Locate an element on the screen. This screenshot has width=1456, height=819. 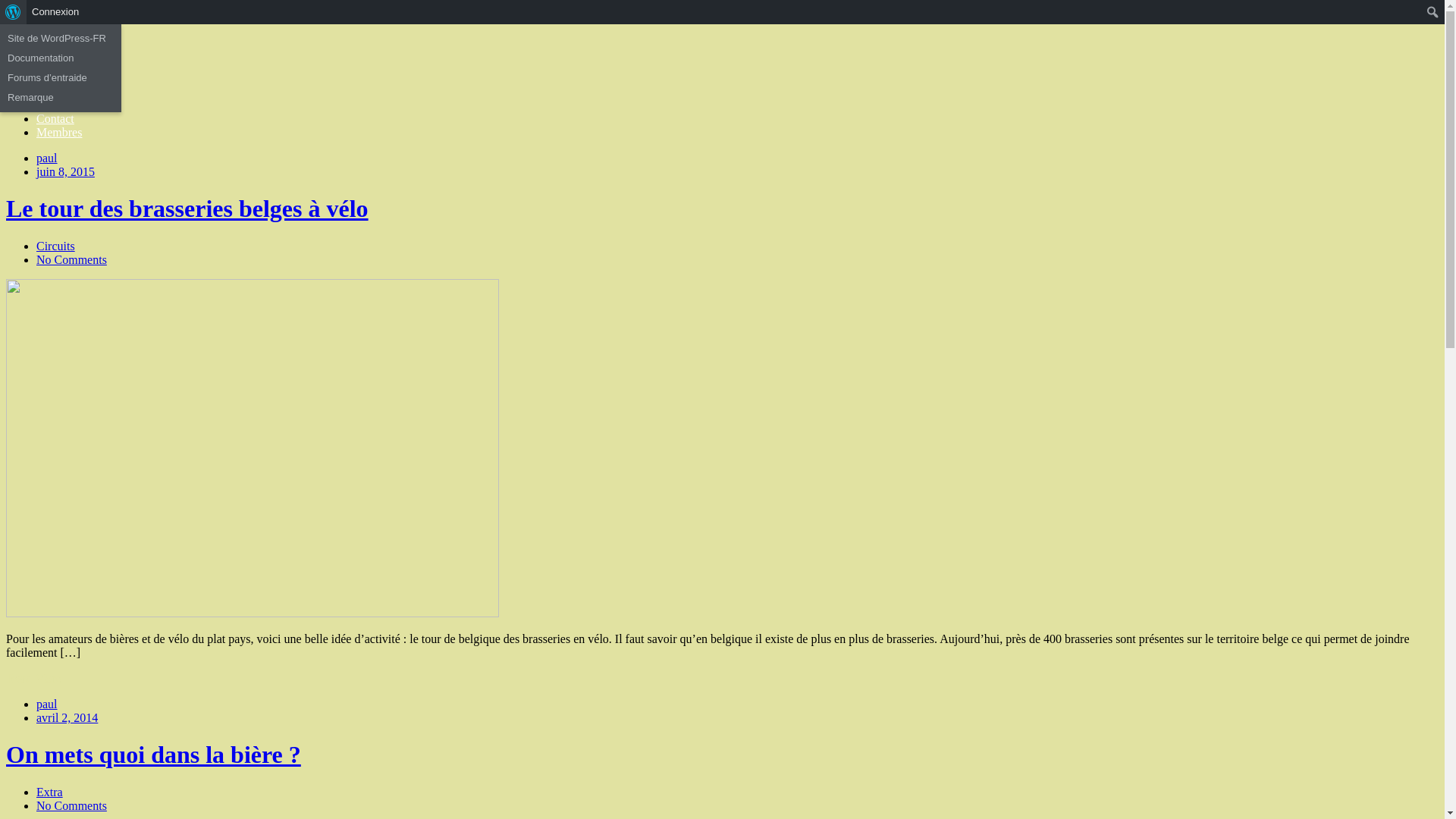
'Extra' is located at coordinates (49, 791).